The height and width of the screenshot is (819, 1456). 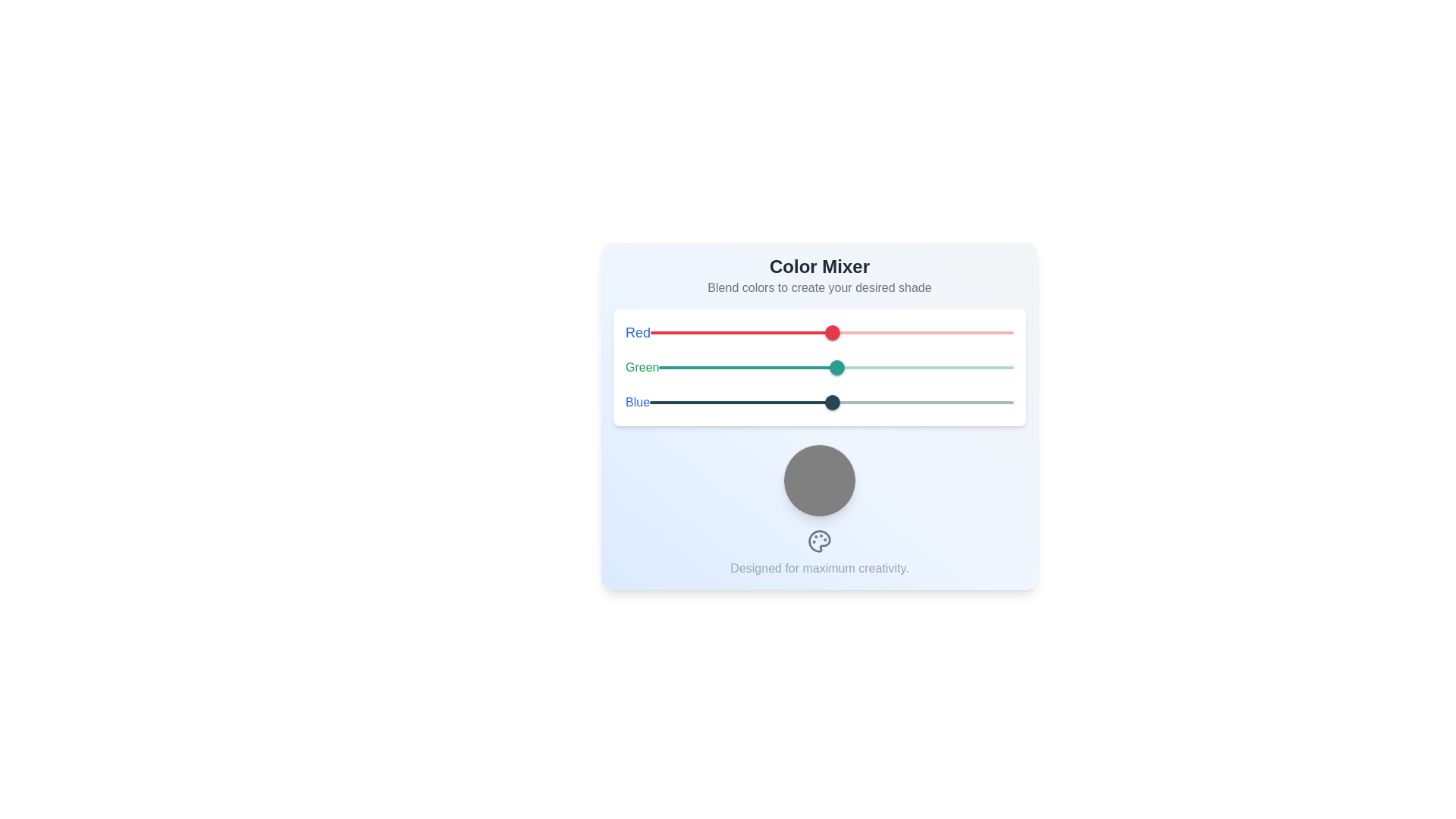 What do you see at coordinates (826, 332) in the screenshot?
I see `the red value` at bounding box center [826, 332].